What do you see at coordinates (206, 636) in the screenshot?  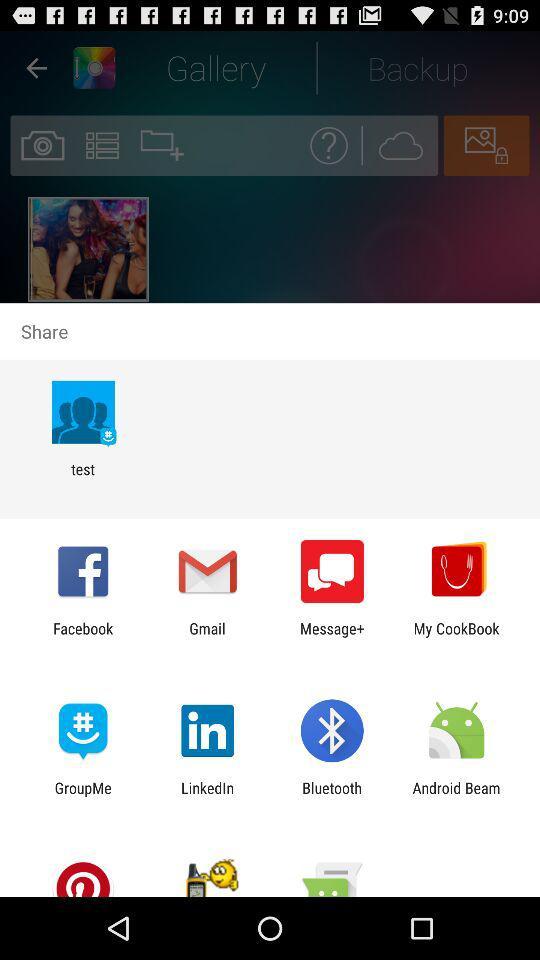 I see `gmail icon` at bounding box center [206, 636].